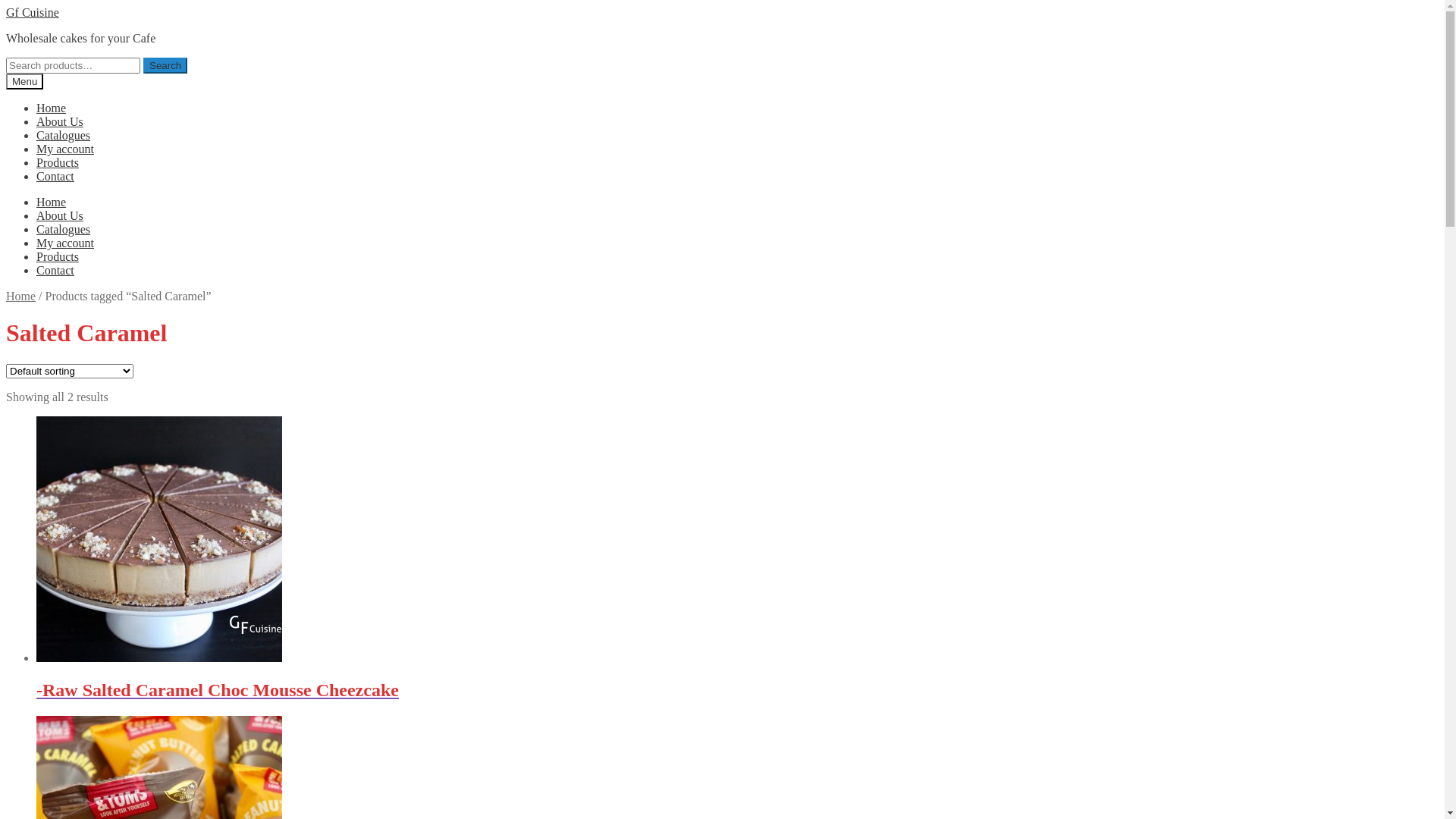 This screenshot has width=1456, height=819. What do you see at coordinates (59, 215) in the screenshot?
I see `'About Us'` at bounding box center [59, 215].